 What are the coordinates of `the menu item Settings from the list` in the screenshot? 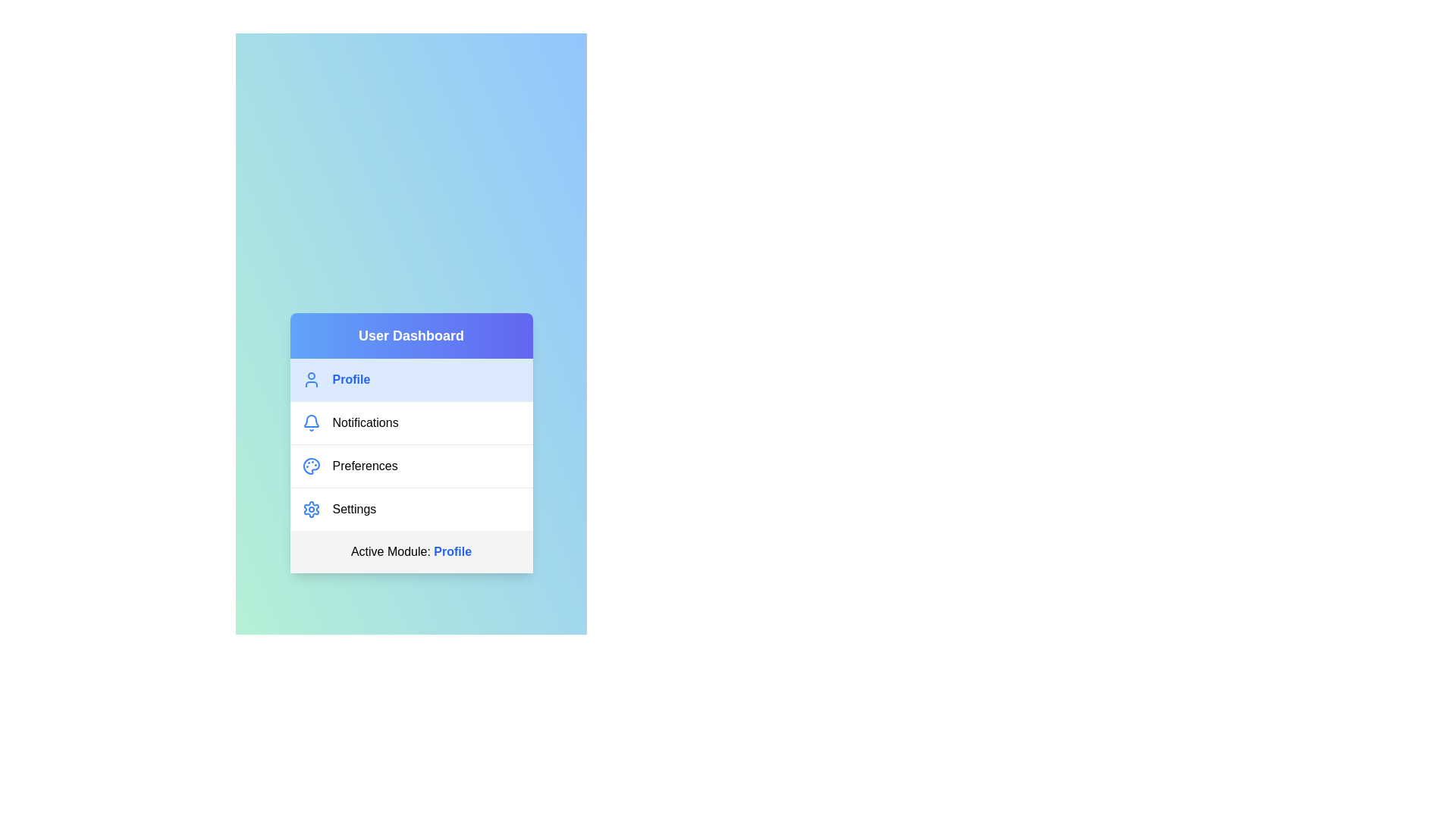 It's located at (411, 509).